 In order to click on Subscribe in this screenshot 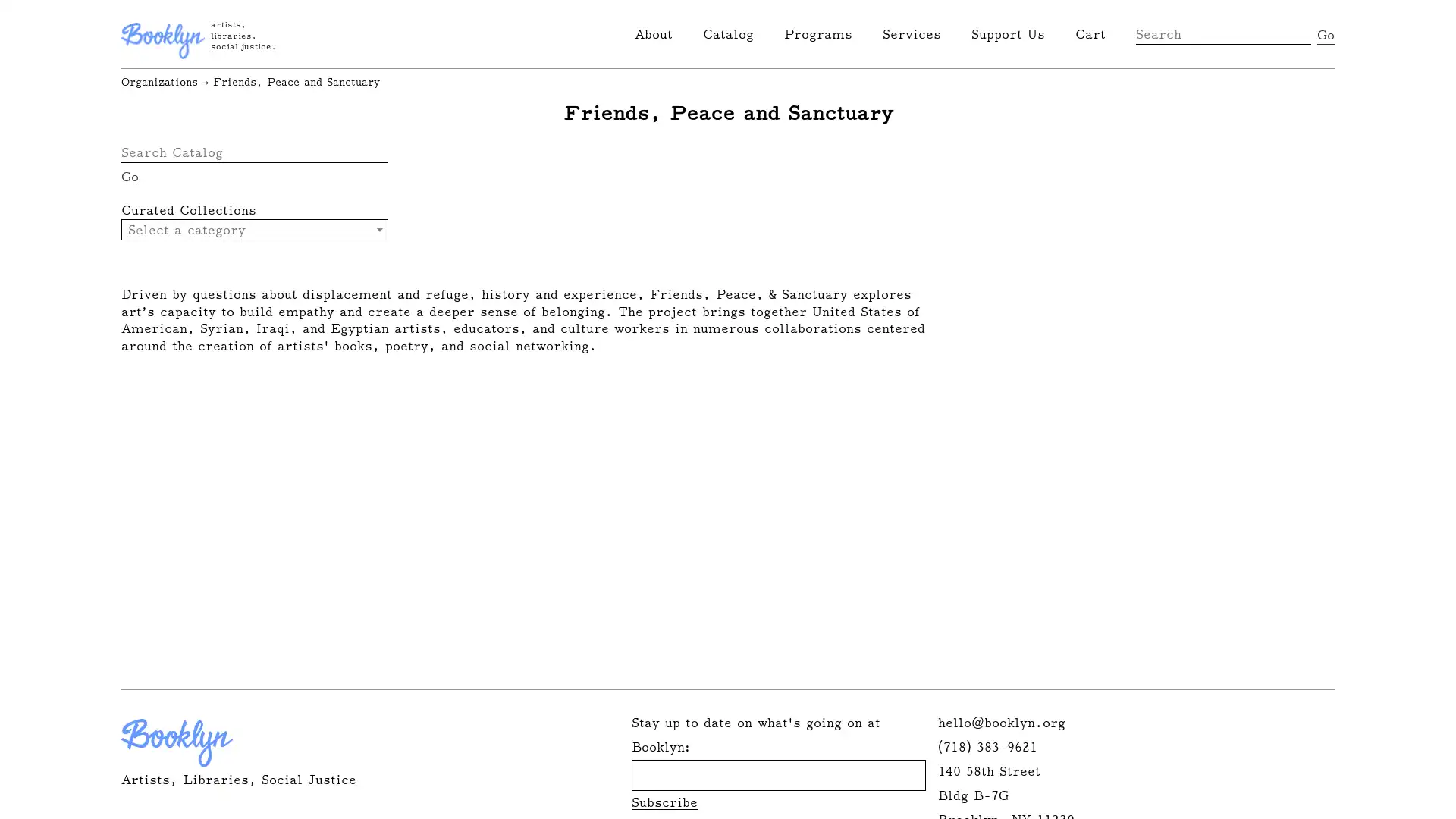, I will do `click(664, 802)`.